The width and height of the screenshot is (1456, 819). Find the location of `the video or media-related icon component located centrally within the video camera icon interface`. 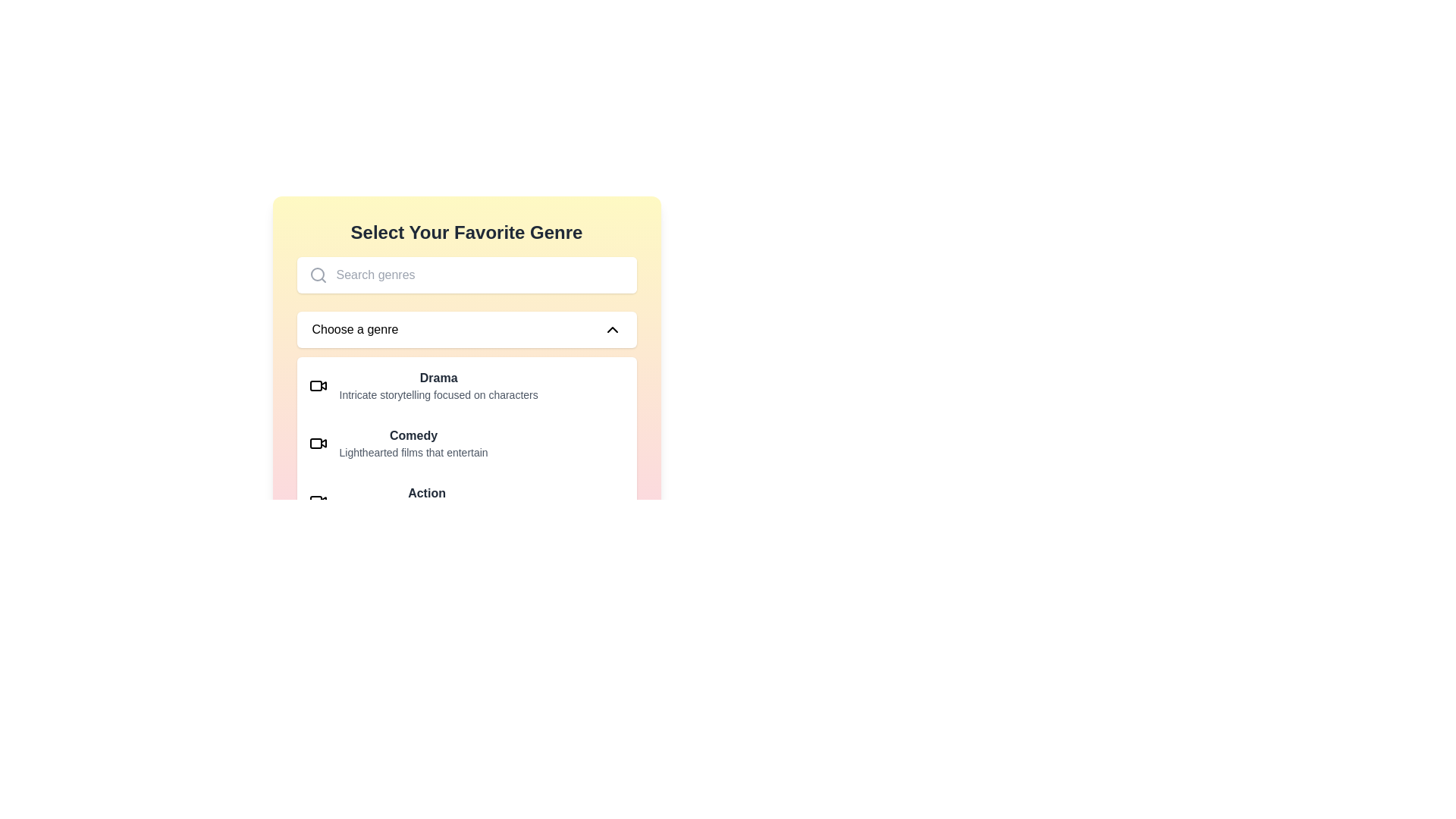

the video or media-related icon component located centrally within the video camera icon interface is located at coordinates (315, 444).